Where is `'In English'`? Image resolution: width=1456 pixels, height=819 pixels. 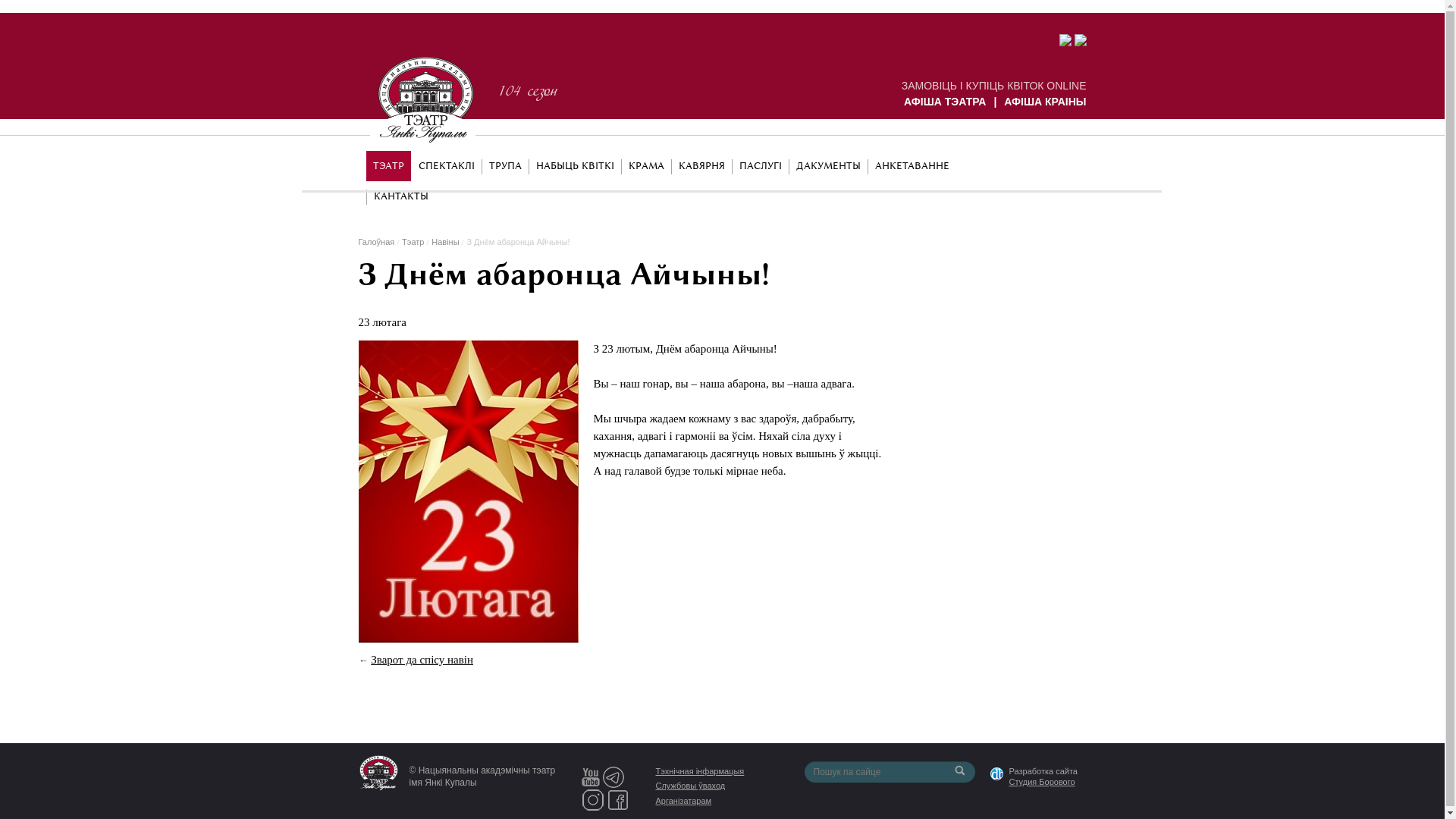
'In English' is located at coordinates (1054, 164).